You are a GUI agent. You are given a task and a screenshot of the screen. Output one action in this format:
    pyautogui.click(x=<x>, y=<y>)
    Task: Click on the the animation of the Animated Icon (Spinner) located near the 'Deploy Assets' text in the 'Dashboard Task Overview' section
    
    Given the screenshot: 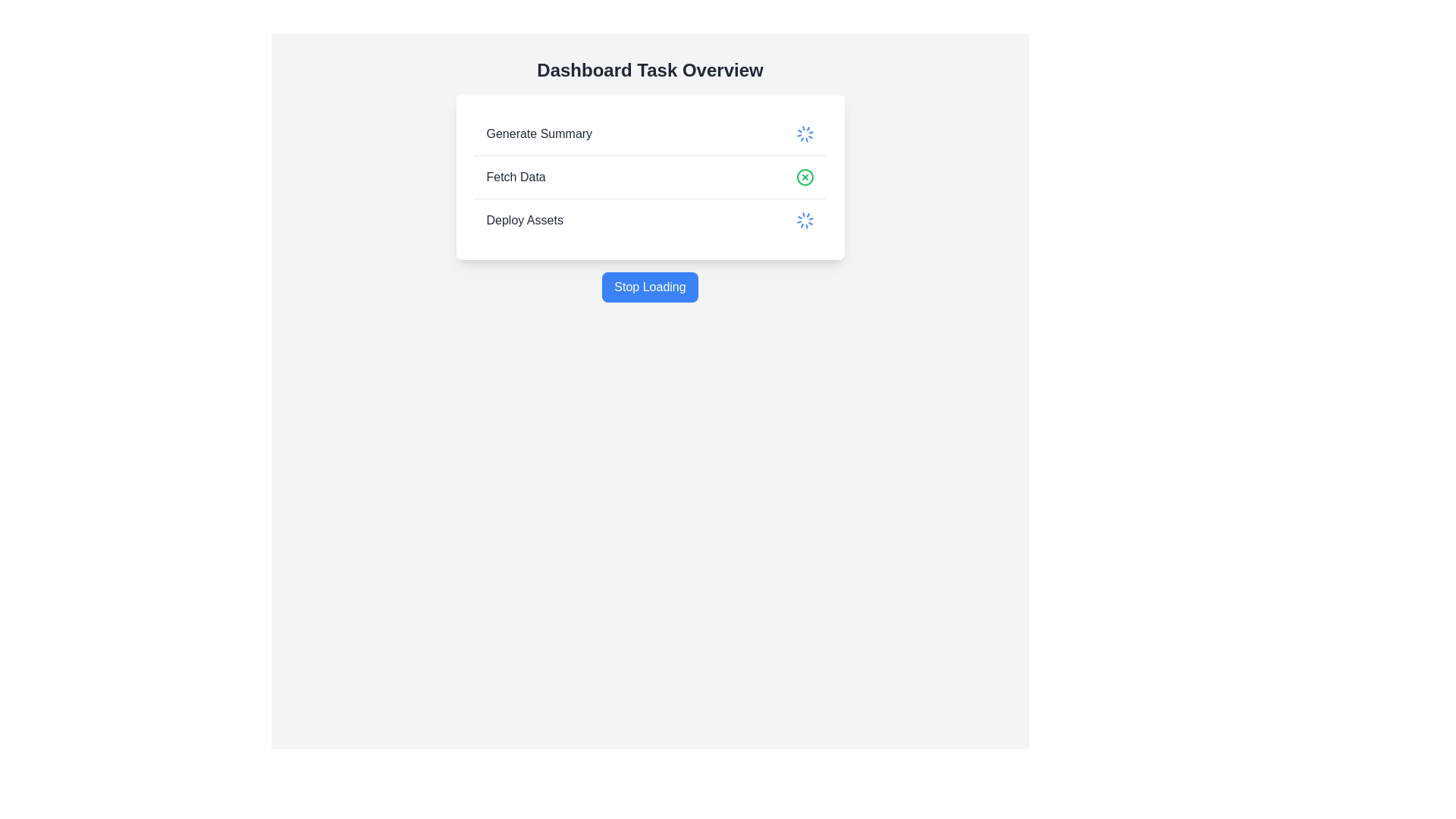 What is the action you would take?
    pyautogui.click(x=804, y=220)
    